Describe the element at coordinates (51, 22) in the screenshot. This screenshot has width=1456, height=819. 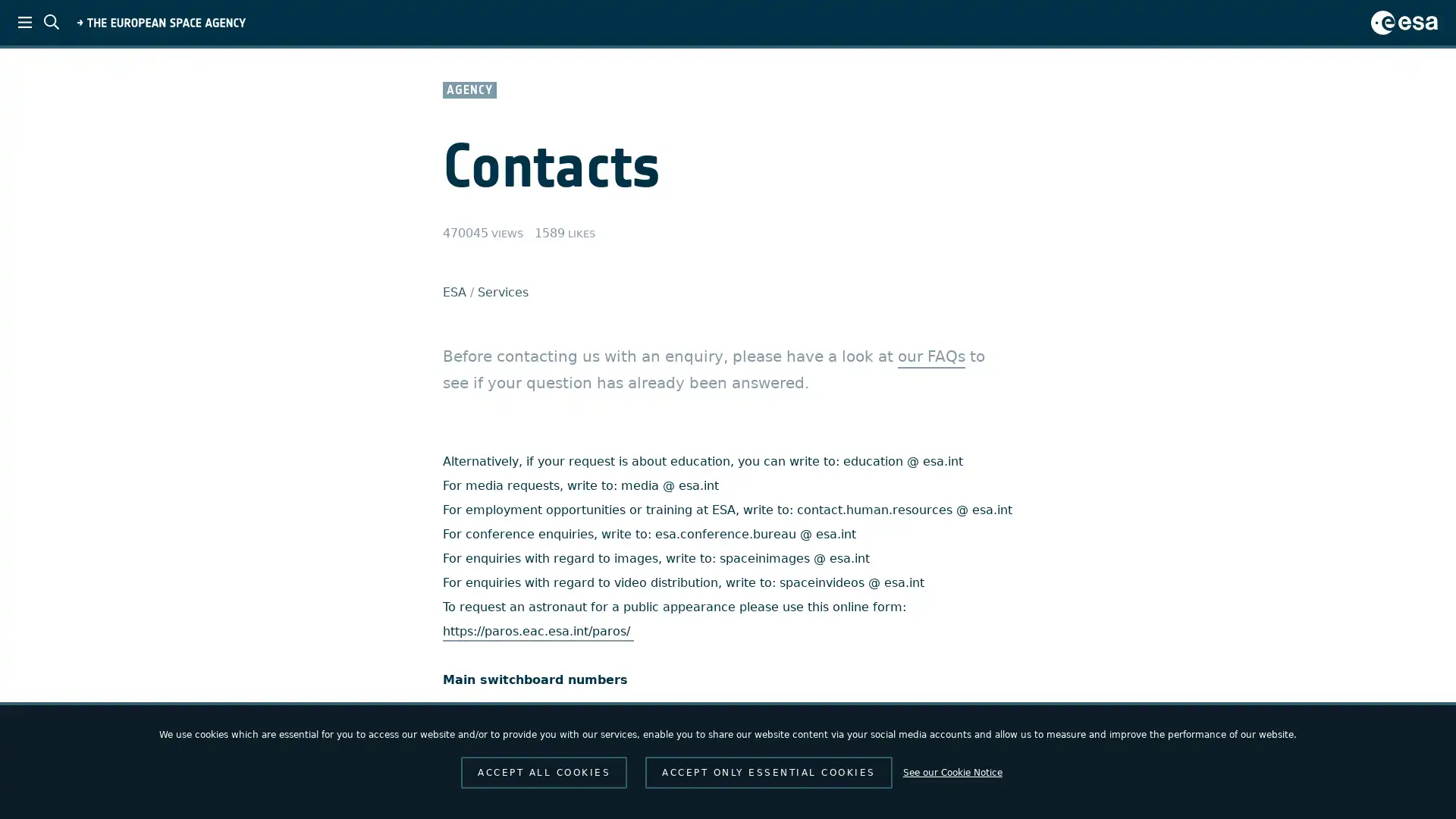
I see `ESA search toggle` at that location.